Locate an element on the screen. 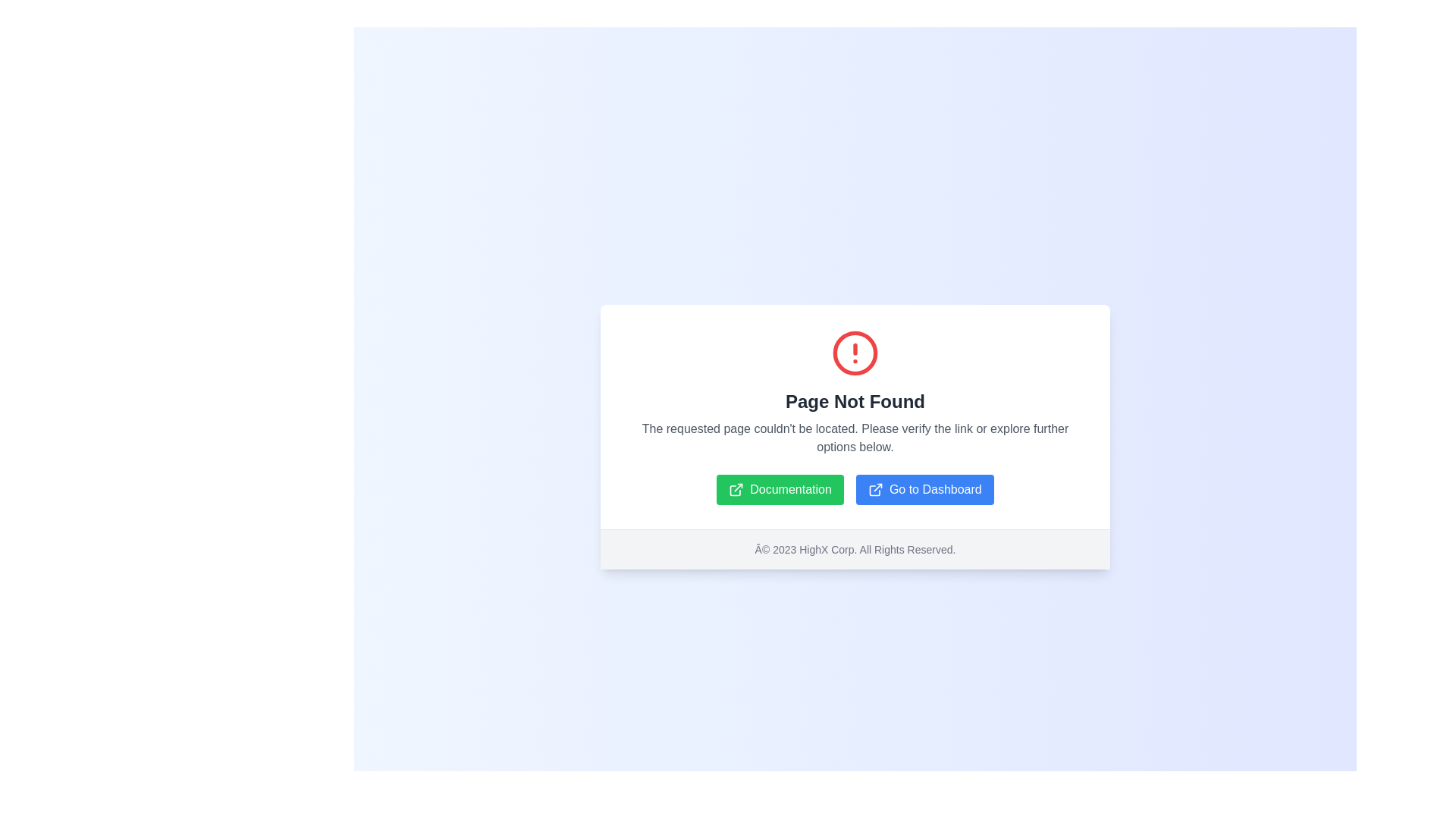  the 'Documentation' button, which is located to the left of the 'Go to Dashboard' button and contains an external link icon is located at coordinates (736, 489).